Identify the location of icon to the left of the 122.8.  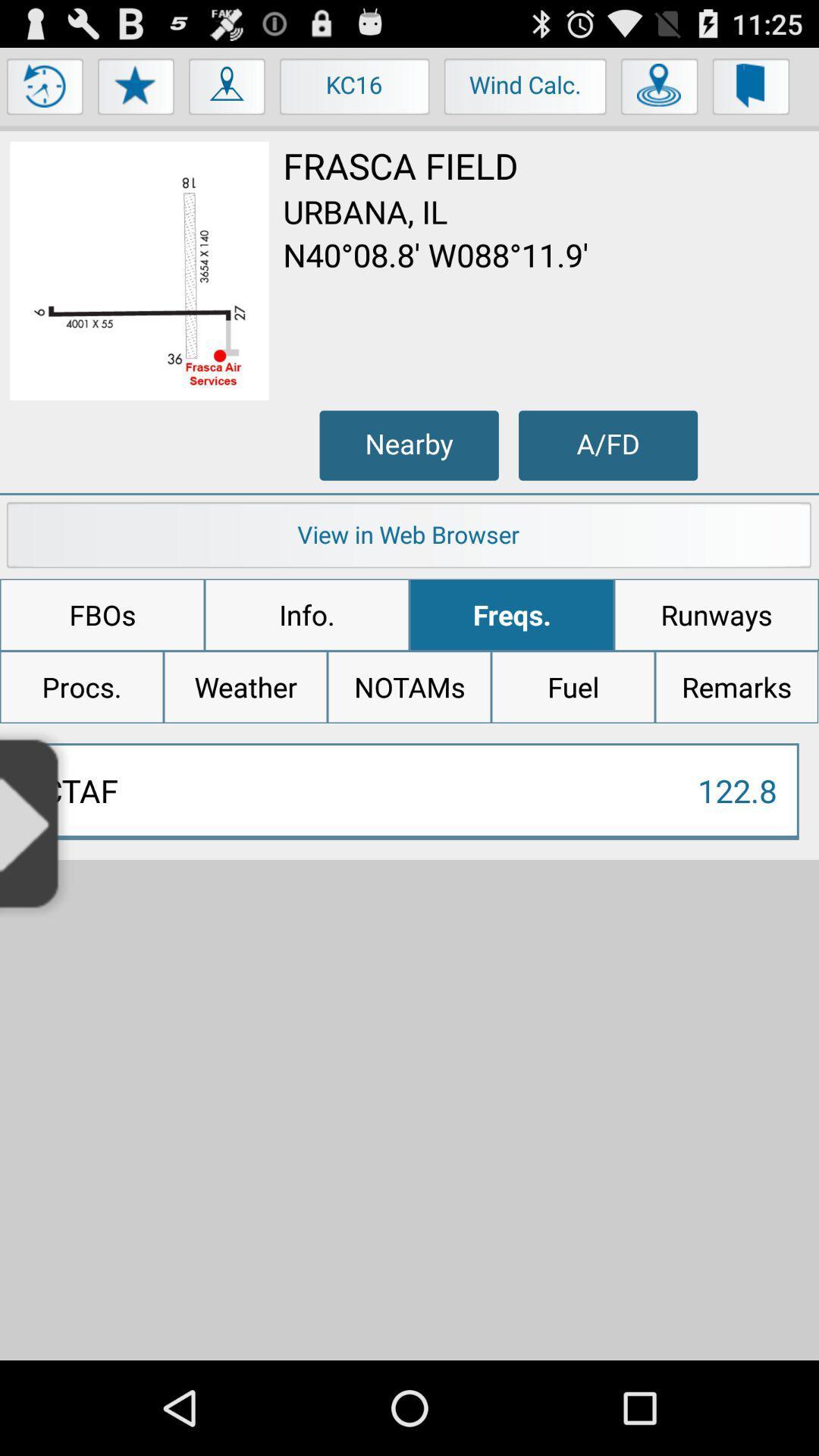
(36, 821).